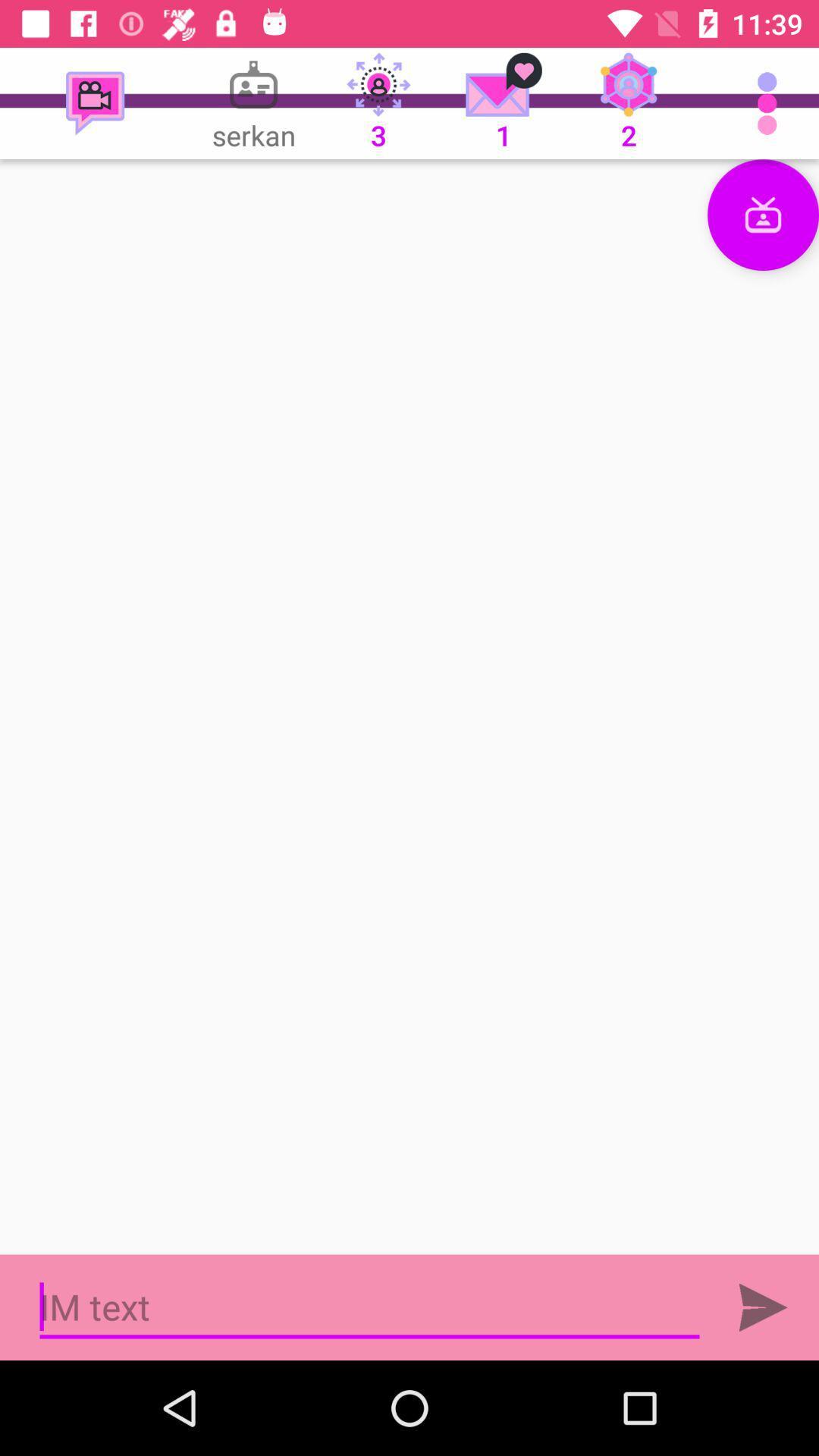 The width and height of the screenshot is (819, 1456). What do you see at coordinates (763, 1307) in the screenshot?
I see `next` at bounding box center [763, 1307].